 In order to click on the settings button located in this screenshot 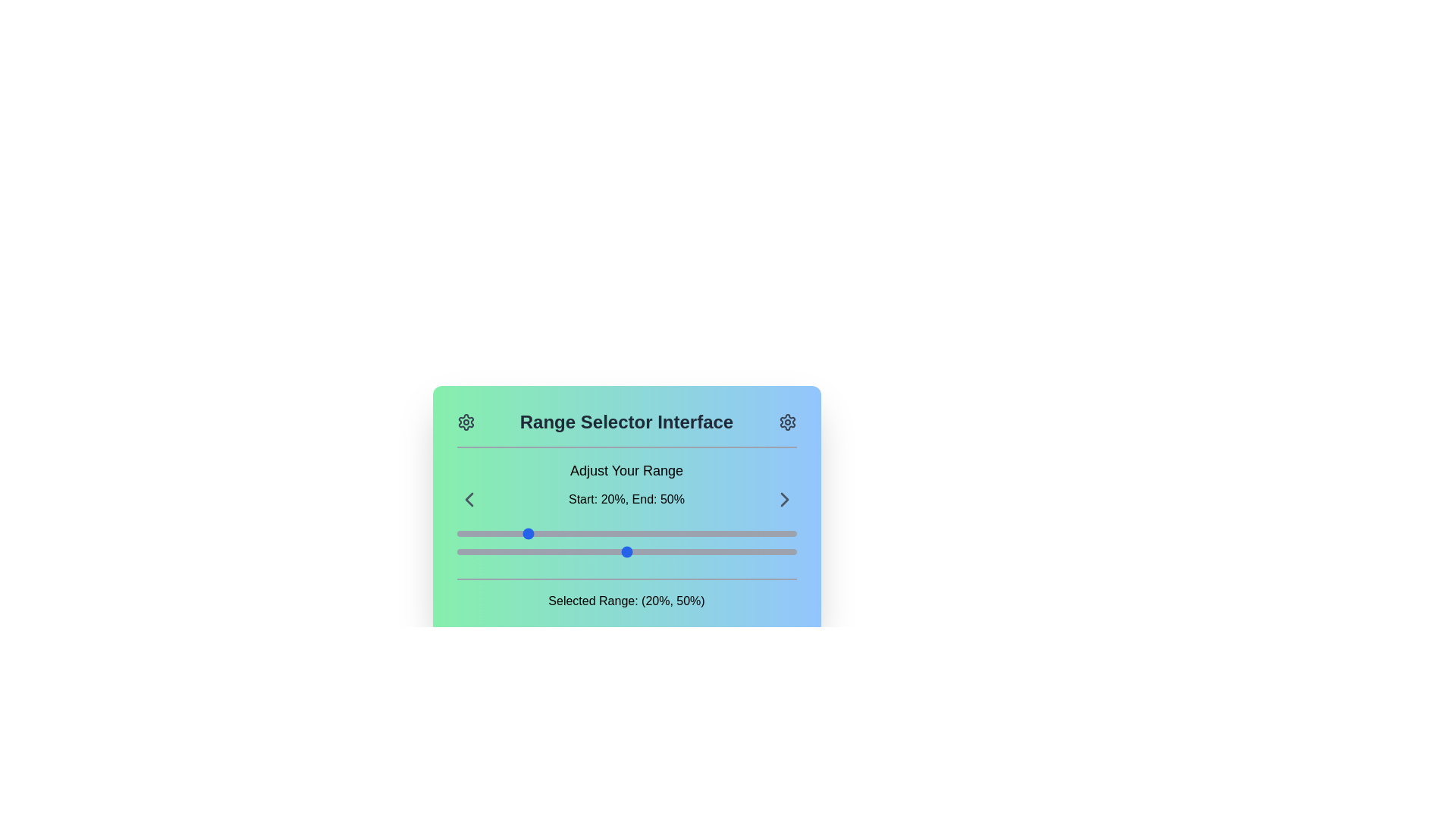, I will do `click(787, 422)`.